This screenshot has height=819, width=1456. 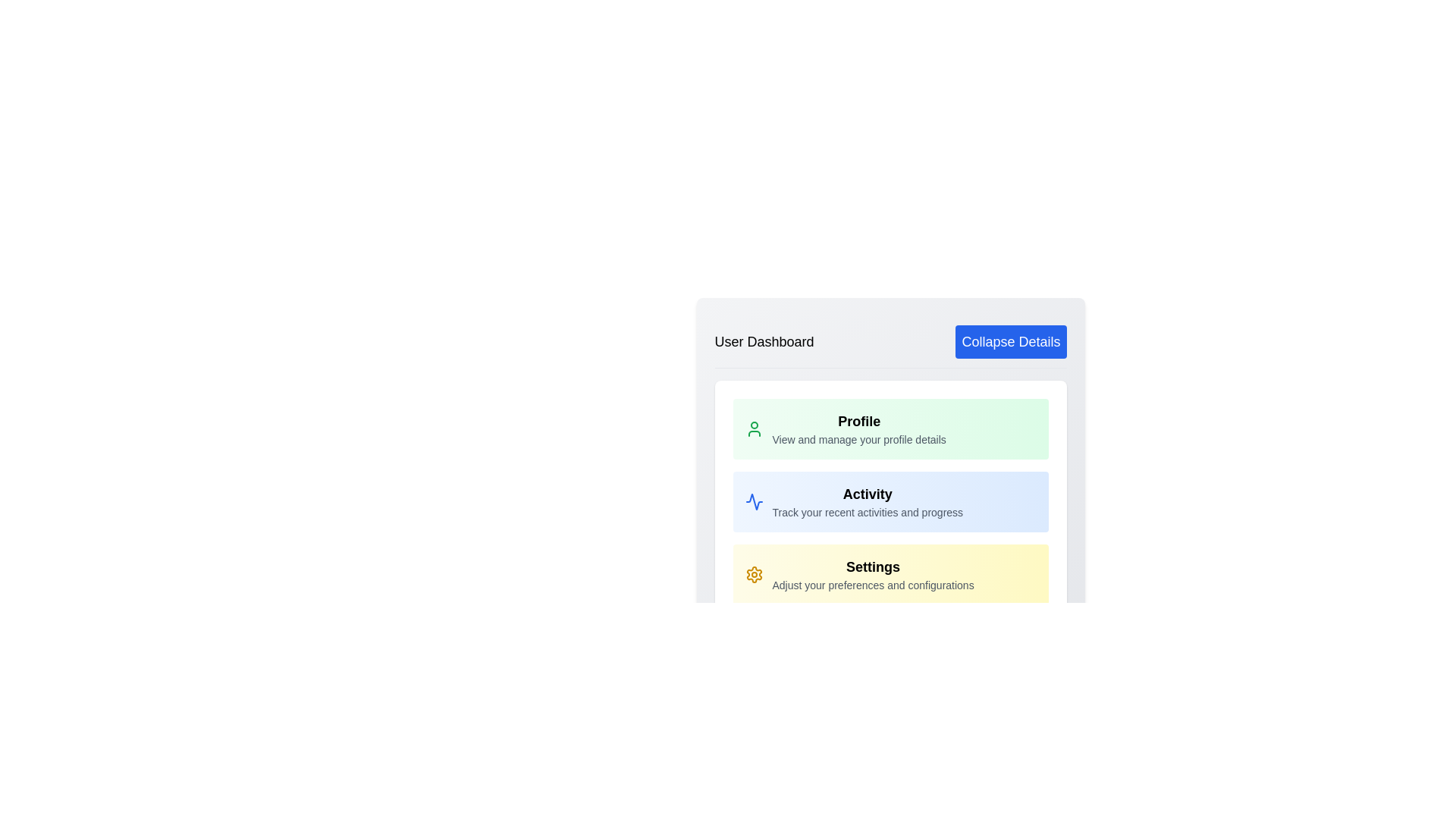 I want to click on the 'Settings' title text label located at the top of the 'Settings' section, so click(x=873, y=567).